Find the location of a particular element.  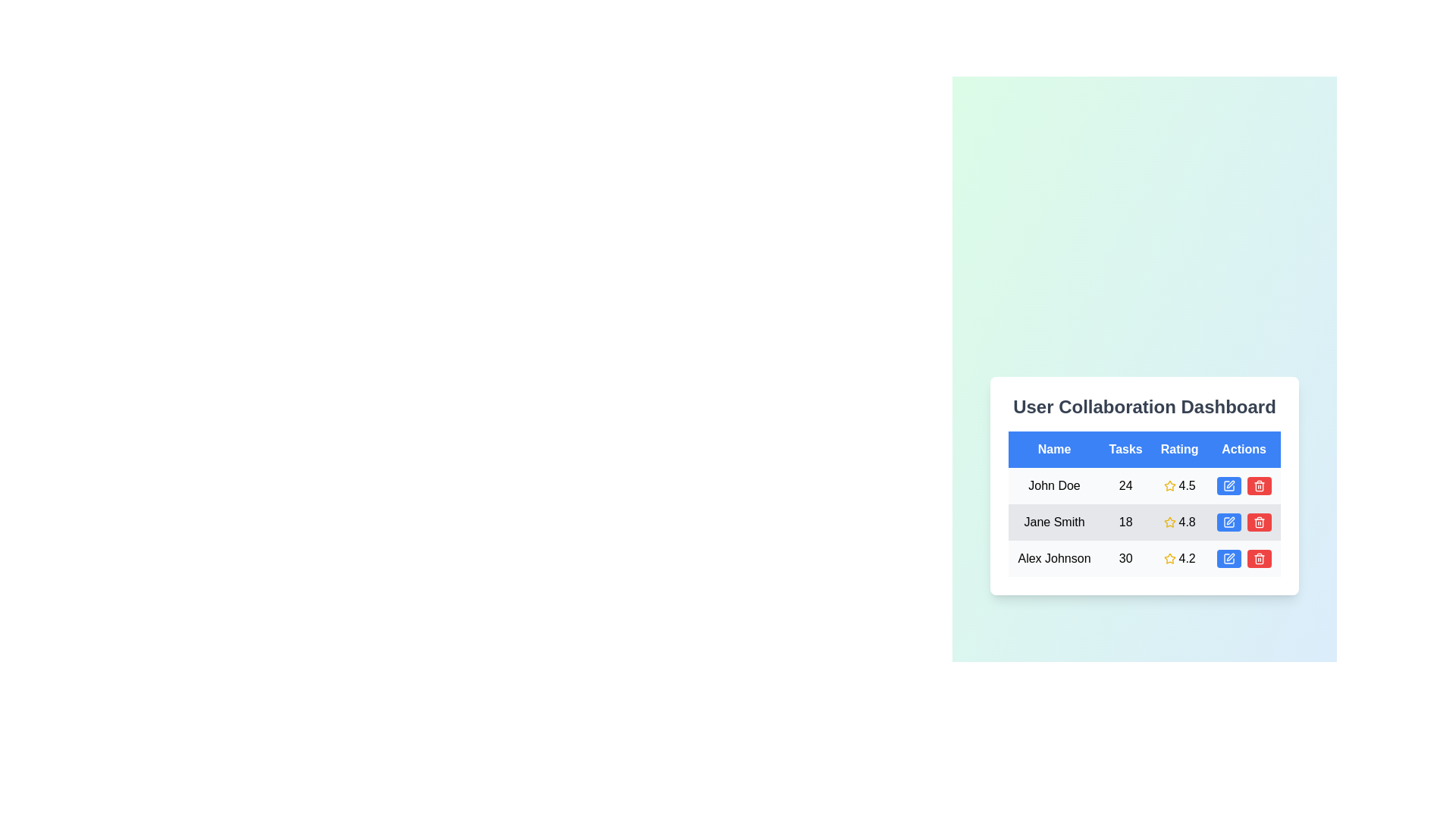

the pen-shaped icon button located in the 'Actions' column for 'Jane Smith' is located at coordinates (1230, 485).